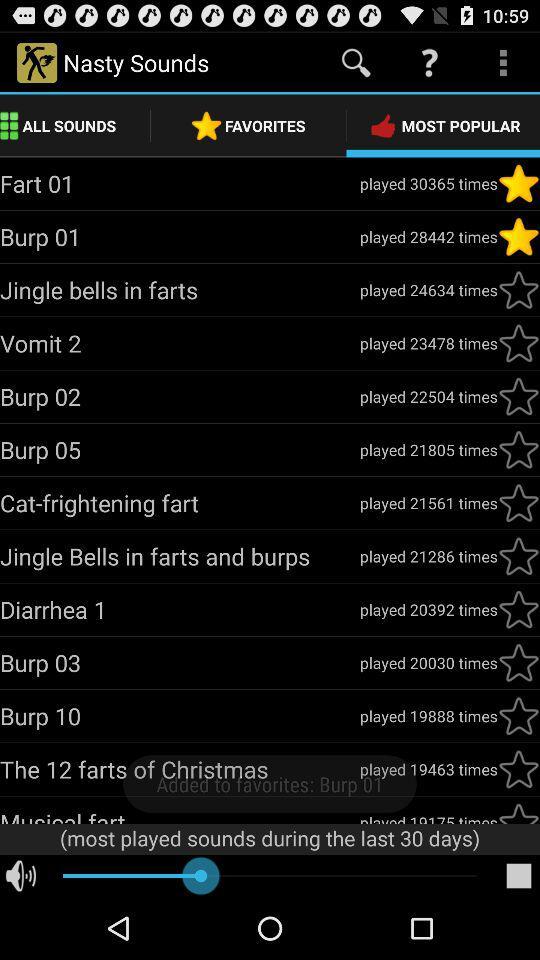 The width and height of the screenshot is (540, 960). What do you see at coordinates (427, 395) in the screenshot?
I see `the played 22504 times item` at bounding box center [427, 395].